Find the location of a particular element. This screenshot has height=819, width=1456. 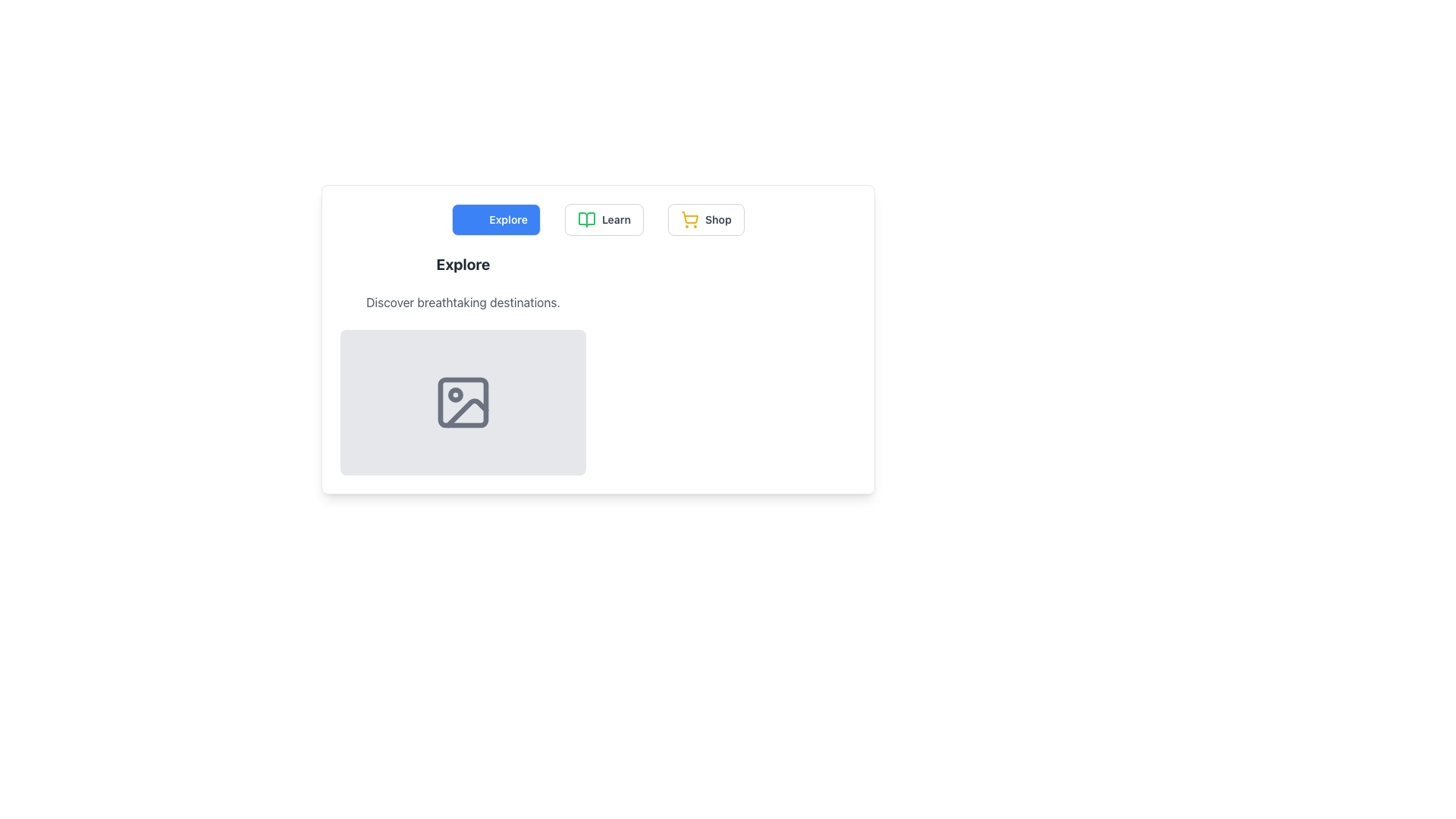

the shopping cart icon located on the right-most side of the button row in the navigation bar is located at coordinates (689, 219).